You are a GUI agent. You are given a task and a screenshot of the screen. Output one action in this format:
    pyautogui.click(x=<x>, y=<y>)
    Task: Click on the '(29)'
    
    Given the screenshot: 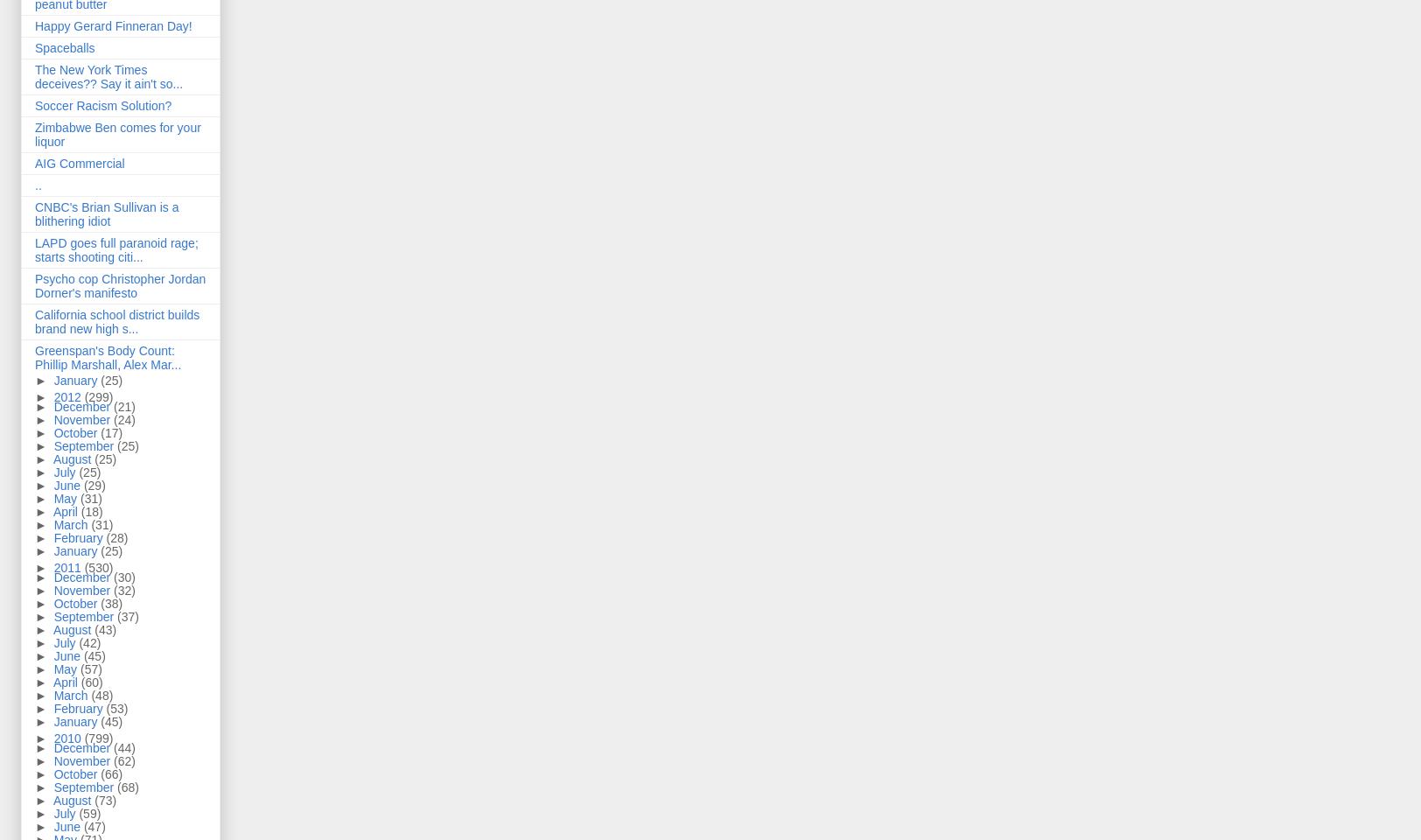 What is the action you would take?
    pyautogui.click(x=83, y=485)
    